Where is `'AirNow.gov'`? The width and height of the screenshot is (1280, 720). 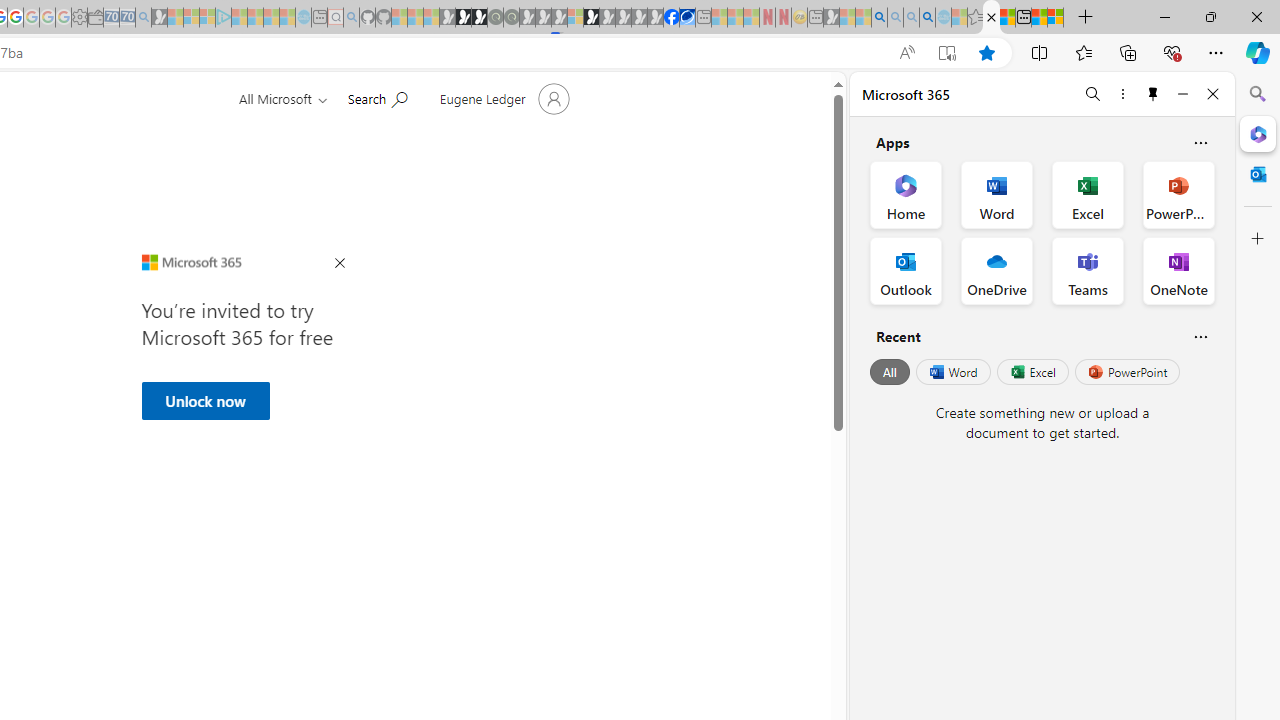 'AirNow.gov' is located at coordinates (687, 17).